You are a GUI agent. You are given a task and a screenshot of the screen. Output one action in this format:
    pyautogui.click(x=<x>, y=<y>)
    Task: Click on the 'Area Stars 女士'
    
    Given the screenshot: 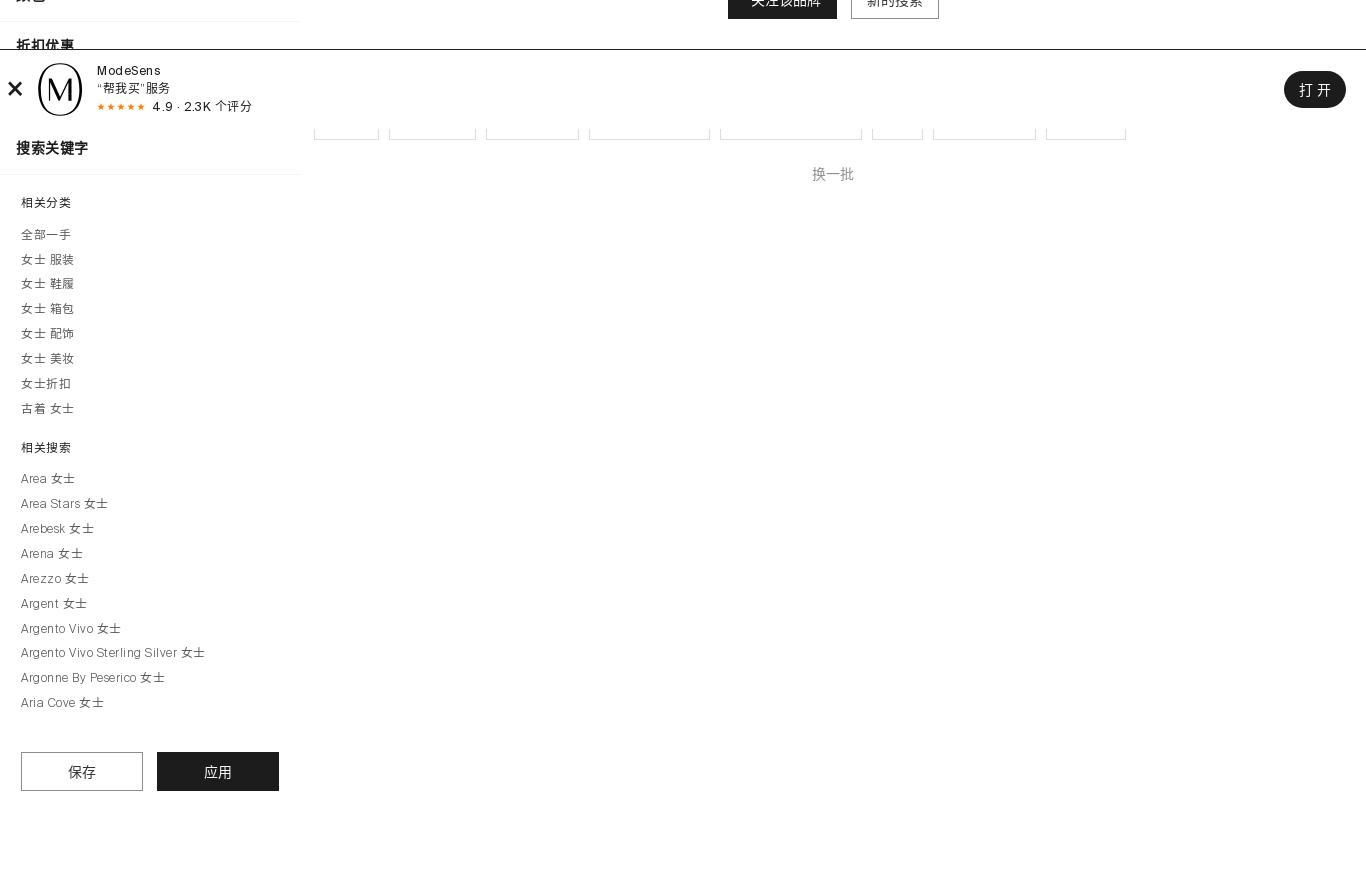 What is the action you would take?
    pyautogui.click(x=64, y=505)
    